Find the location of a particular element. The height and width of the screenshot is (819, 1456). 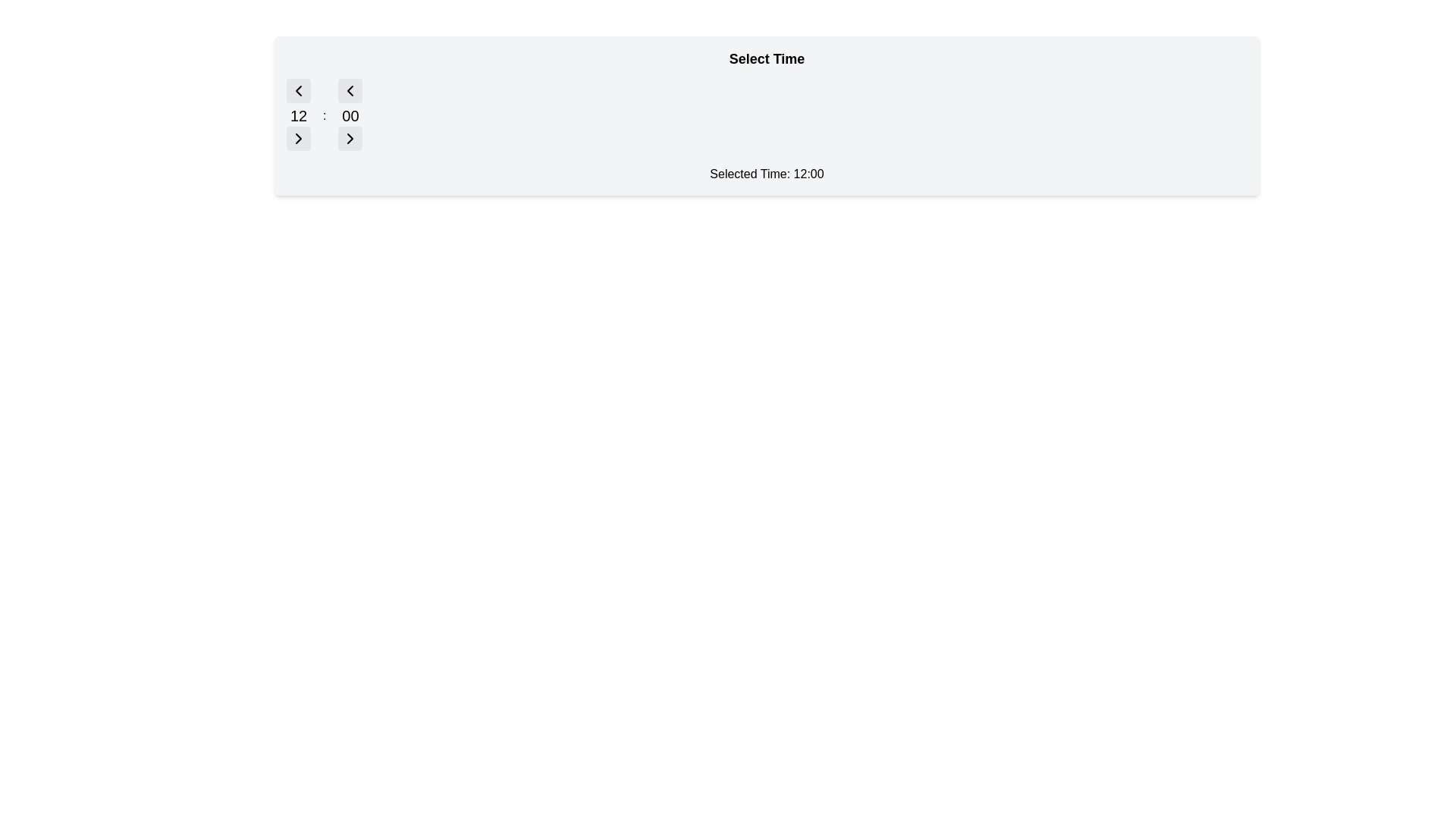

the left-pointing chevron arrow icon located in the top-left corner of the time selection interface to initiate a backward navigation is located at coordinates (350, 90).